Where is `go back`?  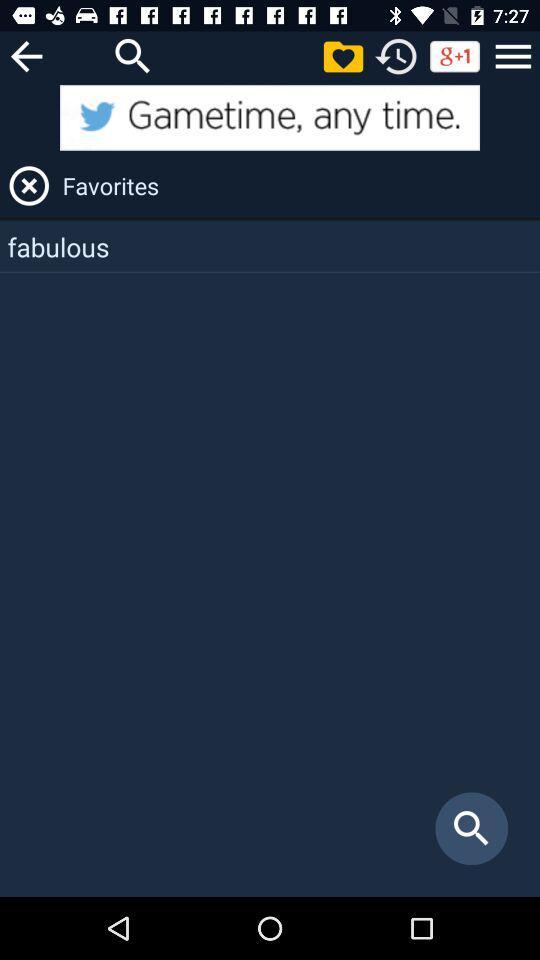
go back is located at coordinates (25, 55).